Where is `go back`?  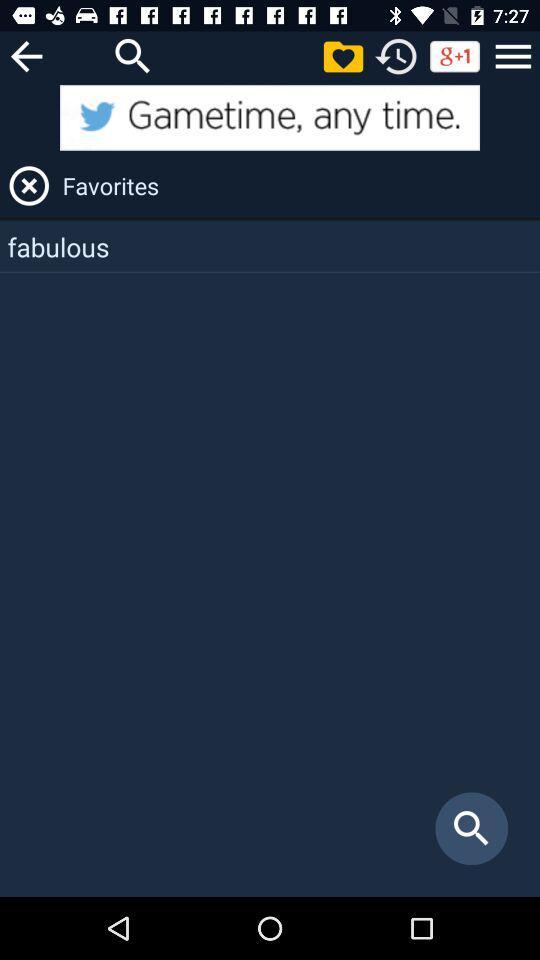
go back is located at coordinates (25, 55).